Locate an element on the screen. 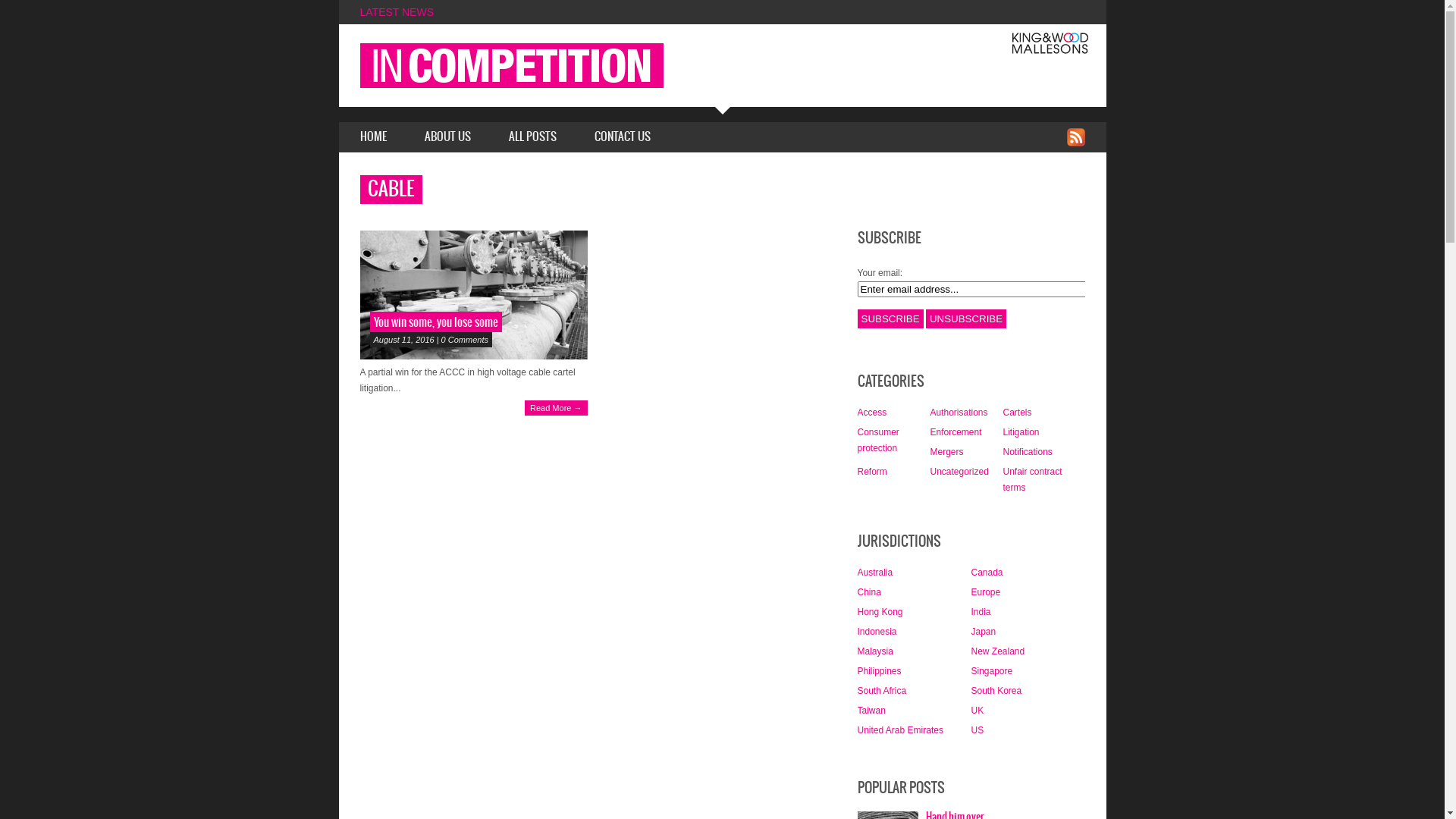 The image size is (1456, 819). 'RSS Feed' is located at coordinates (1074, 136).